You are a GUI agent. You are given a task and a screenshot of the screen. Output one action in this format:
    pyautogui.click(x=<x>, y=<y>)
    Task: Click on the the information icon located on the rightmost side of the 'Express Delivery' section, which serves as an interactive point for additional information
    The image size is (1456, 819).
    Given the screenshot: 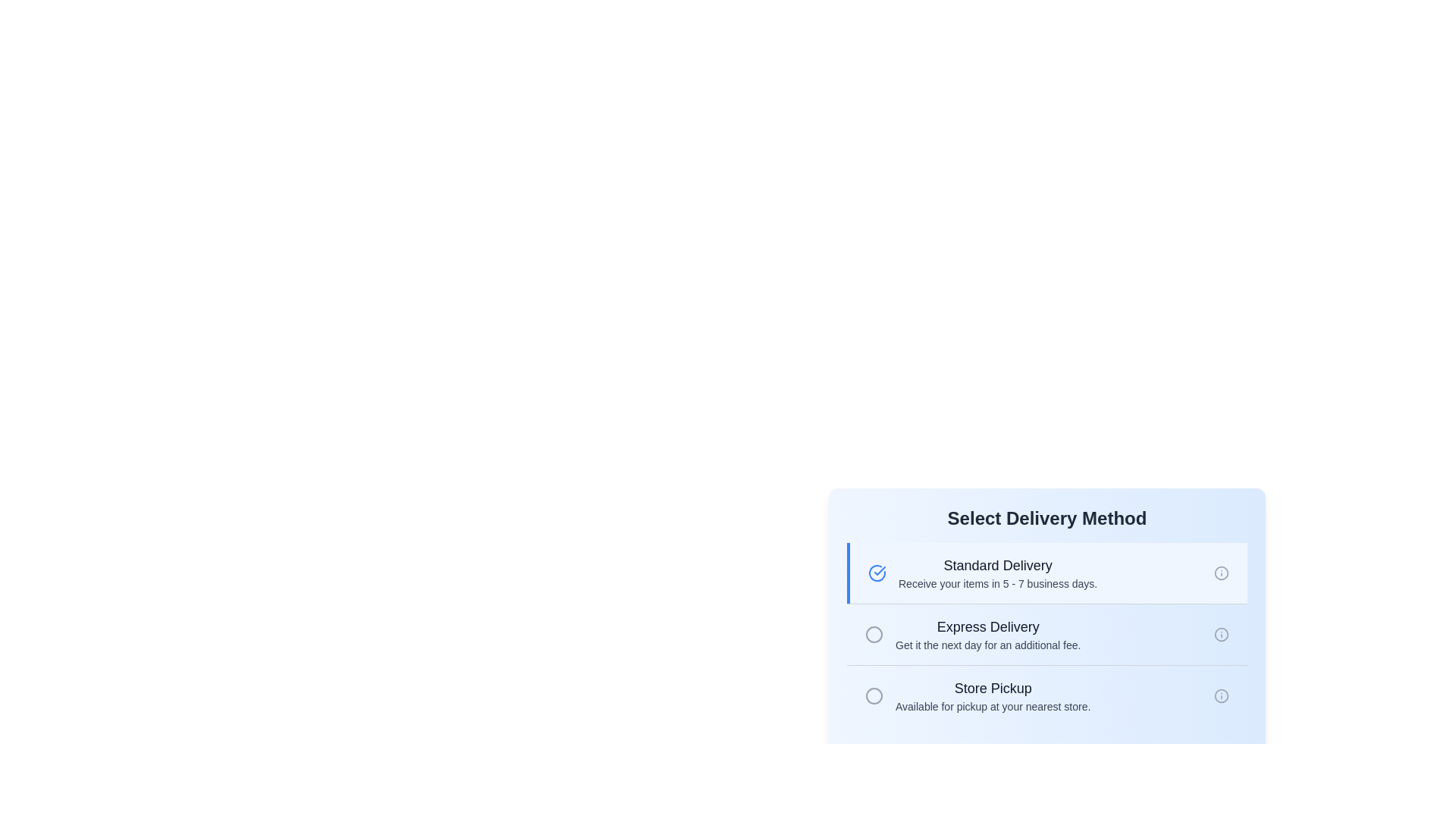 What is the action you would take?
    pyautogui.click(x=1222, y=635)
    